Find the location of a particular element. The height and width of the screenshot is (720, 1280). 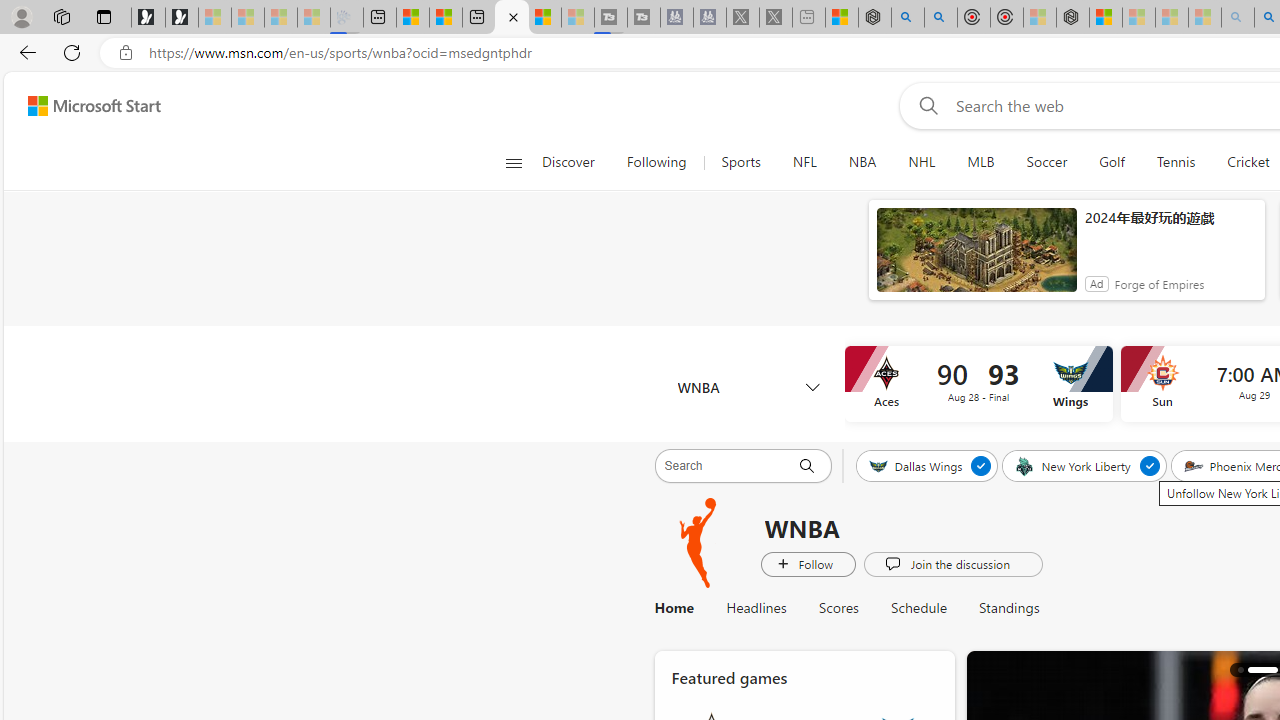

'Scores' is located at coordinates (839, 607).